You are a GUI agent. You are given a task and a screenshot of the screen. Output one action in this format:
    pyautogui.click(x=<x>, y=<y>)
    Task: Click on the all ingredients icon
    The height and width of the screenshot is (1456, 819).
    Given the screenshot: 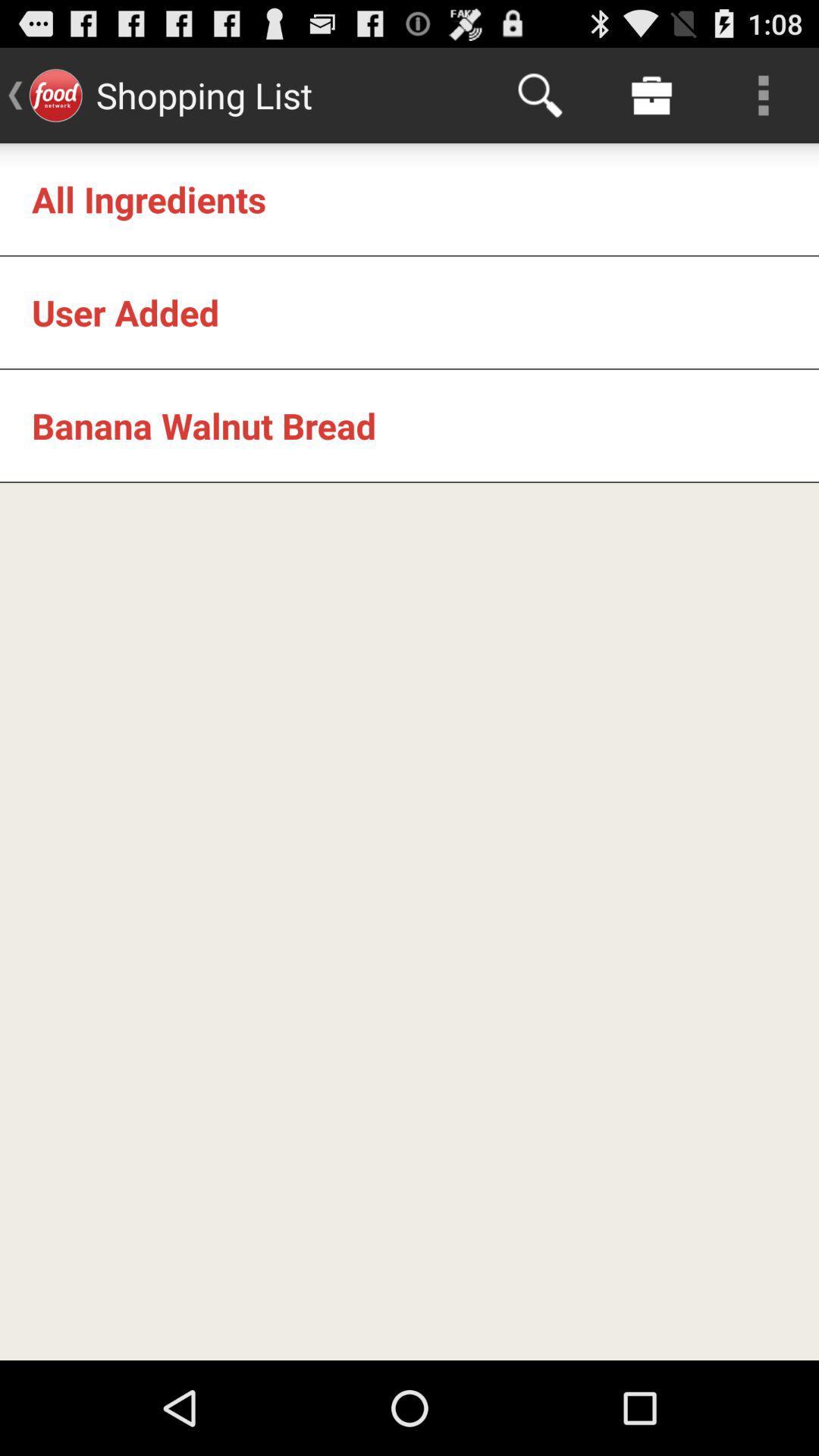 What is the action you would take?
    pyautogui.click(x=149, y=198)
    